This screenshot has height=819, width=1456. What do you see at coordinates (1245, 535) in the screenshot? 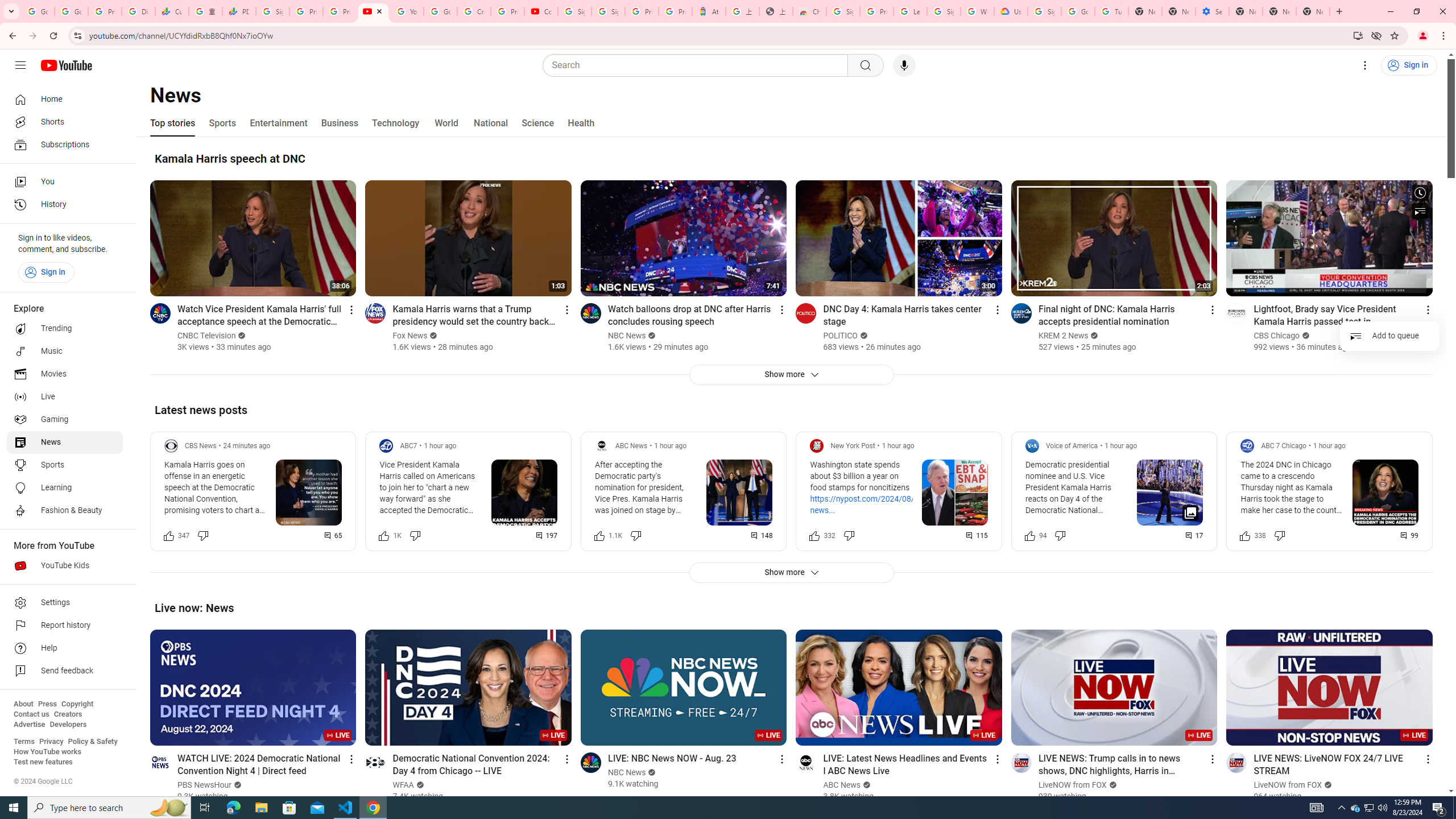
I see `'Like this post along with 338 other people'` at bounding box center [1245, 535].